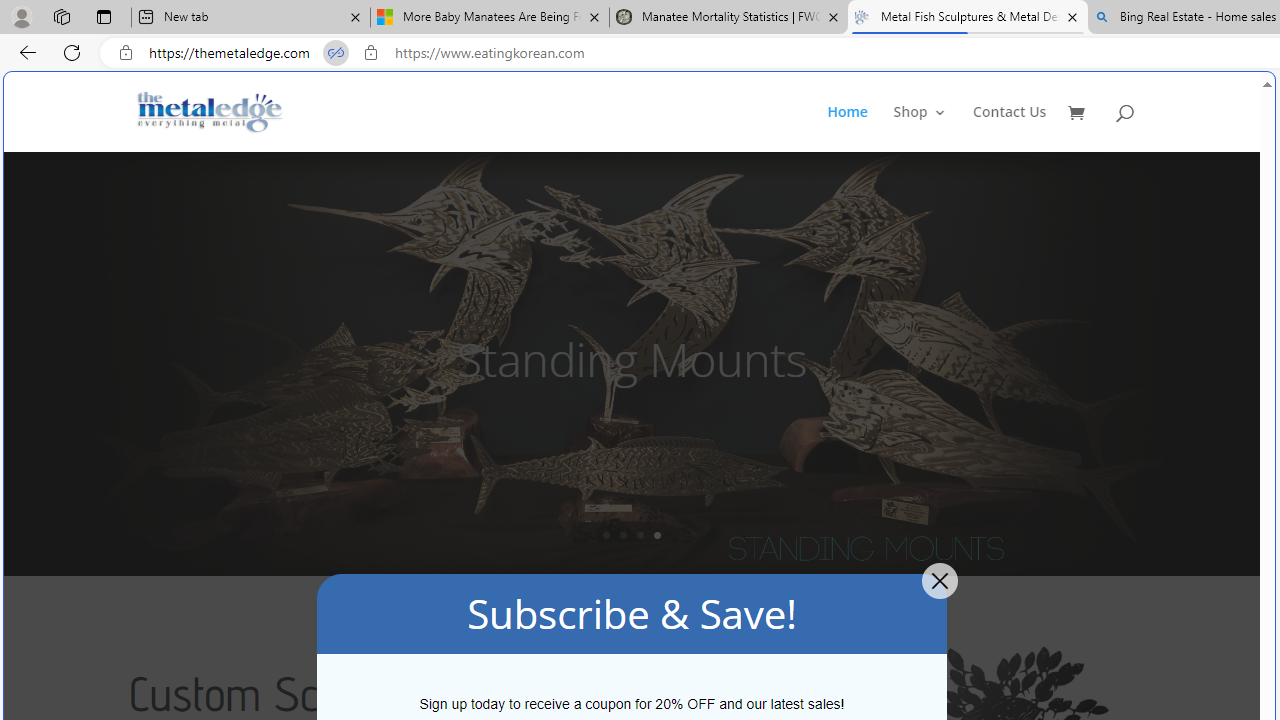  I want to click on '4', so click(657, 534).